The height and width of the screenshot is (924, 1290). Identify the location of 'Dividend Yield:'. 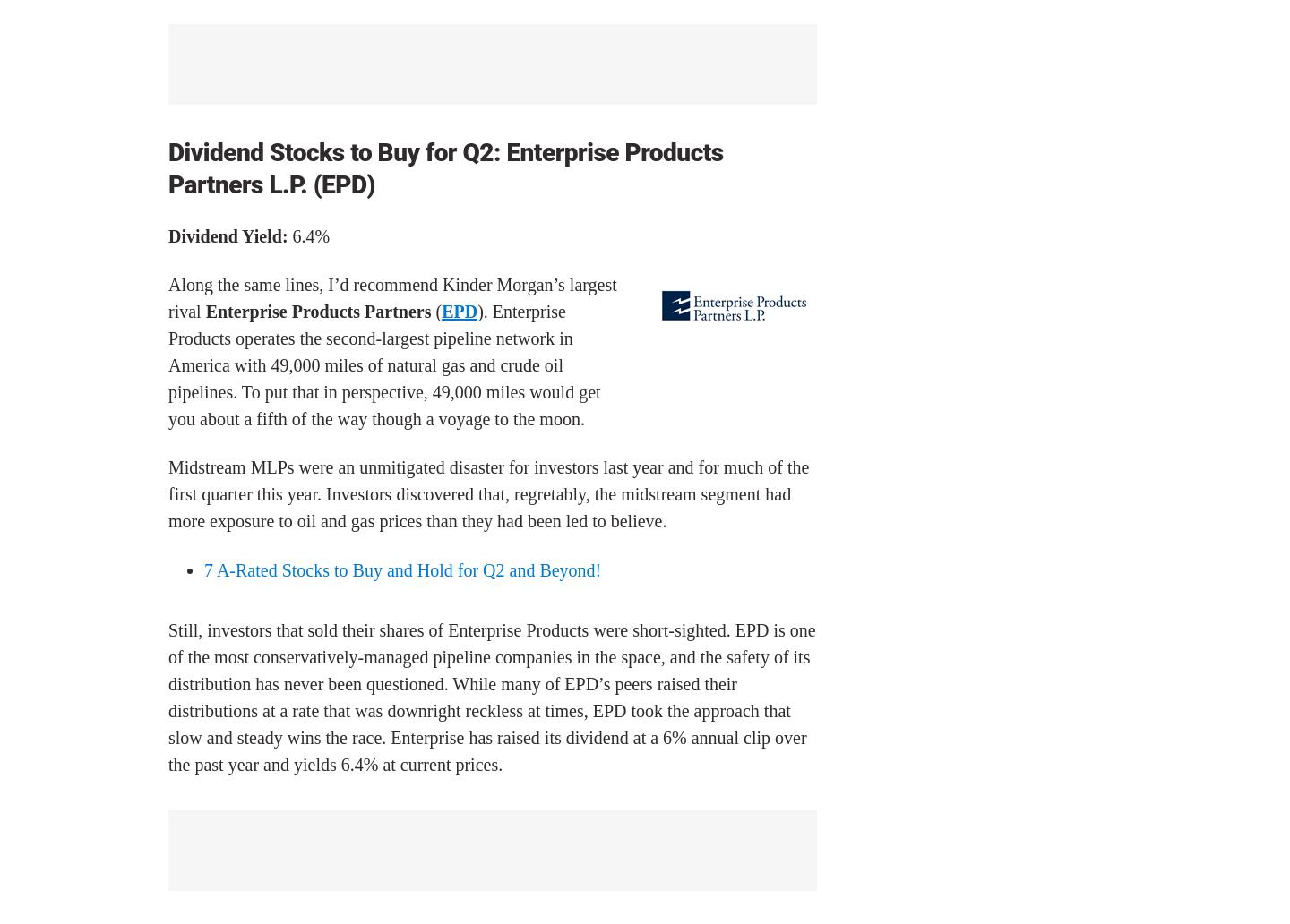
(227, 235).